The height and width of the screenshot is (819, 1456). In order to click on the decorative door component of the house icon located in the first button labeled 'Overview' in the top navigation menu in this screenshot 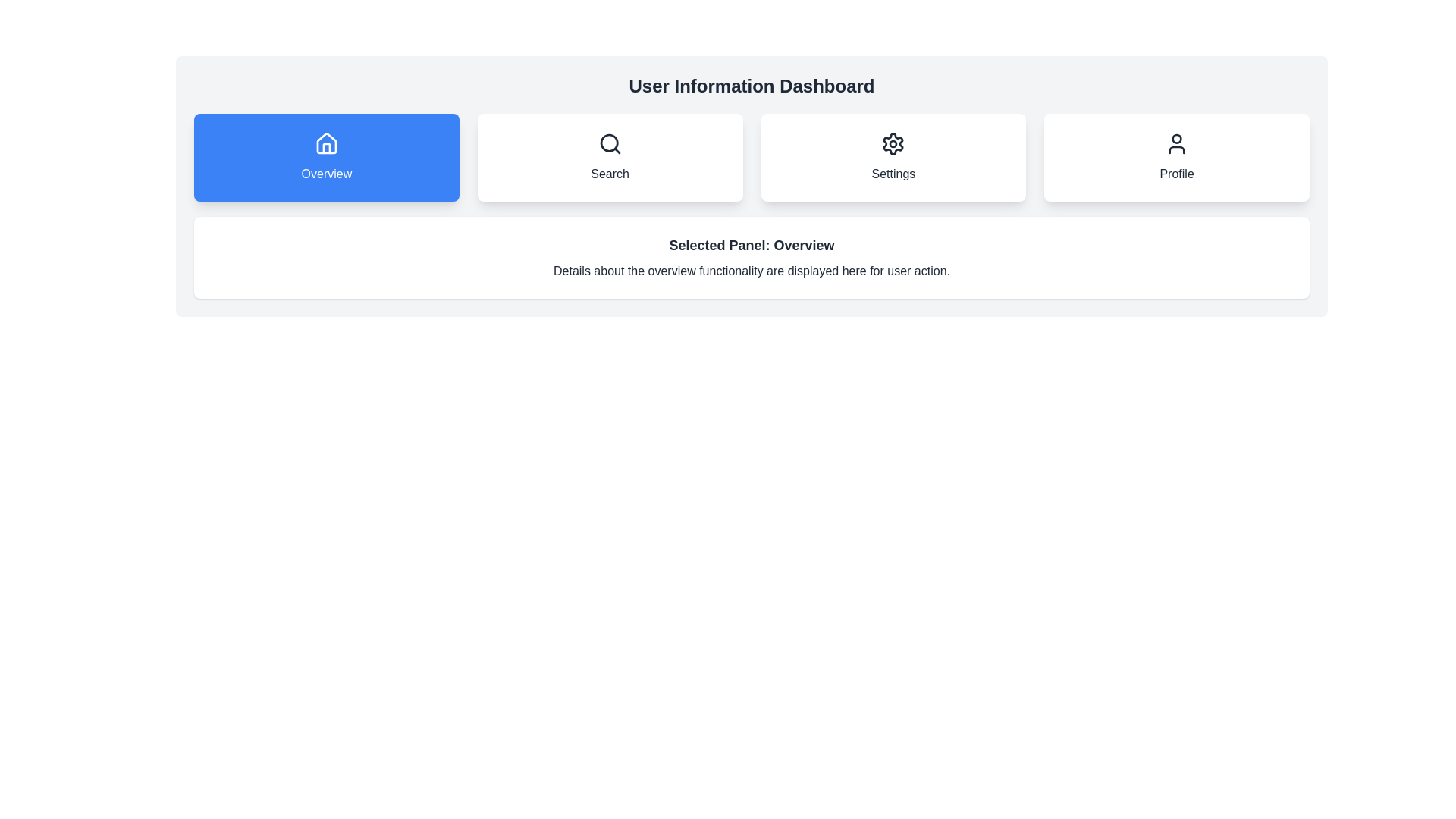, I will do `click(325, 149)`.